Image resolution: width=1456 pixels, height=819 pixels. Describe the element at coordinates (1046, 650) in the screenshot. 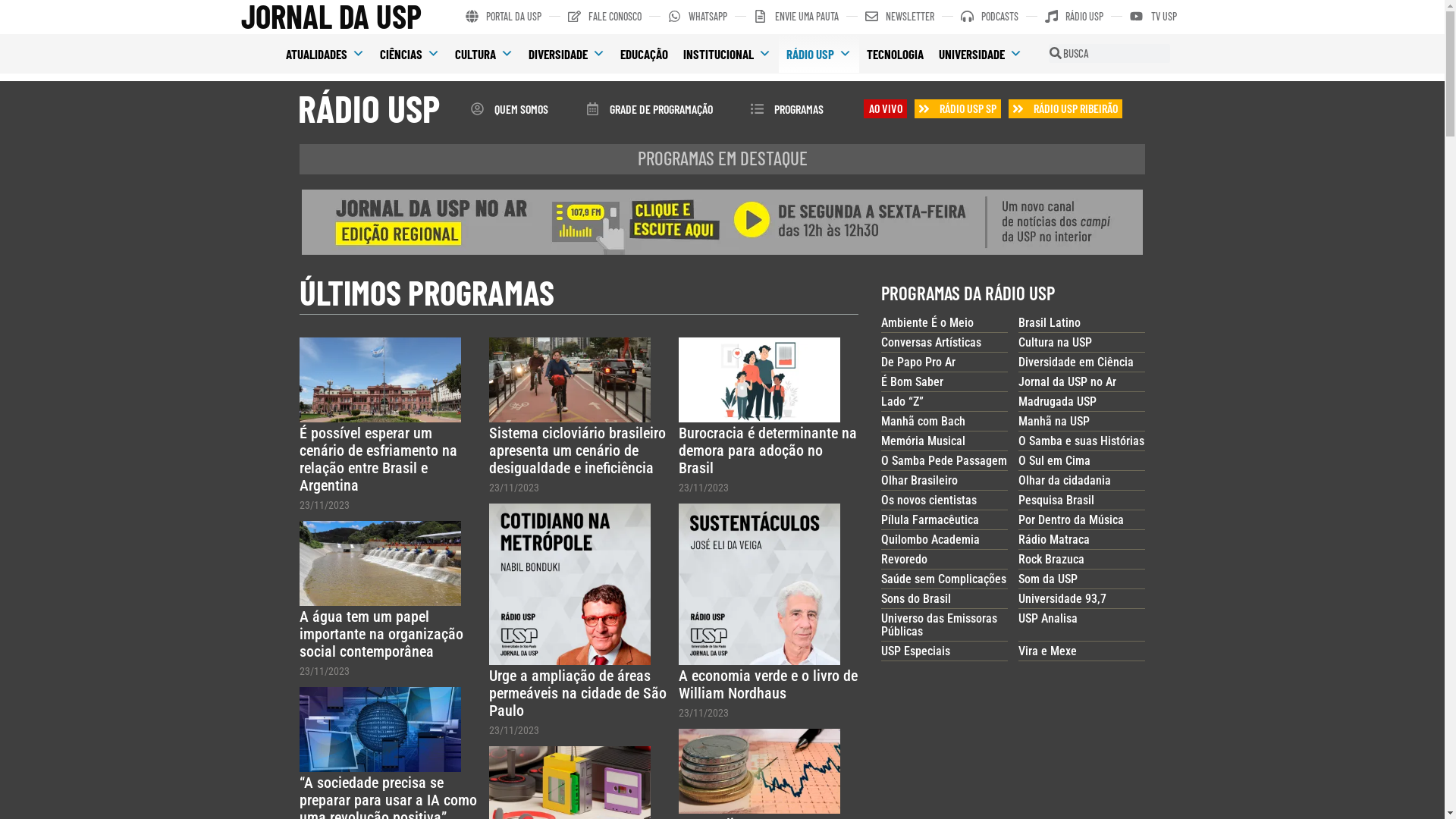

I see `'Vira e Mexe'` at that location.